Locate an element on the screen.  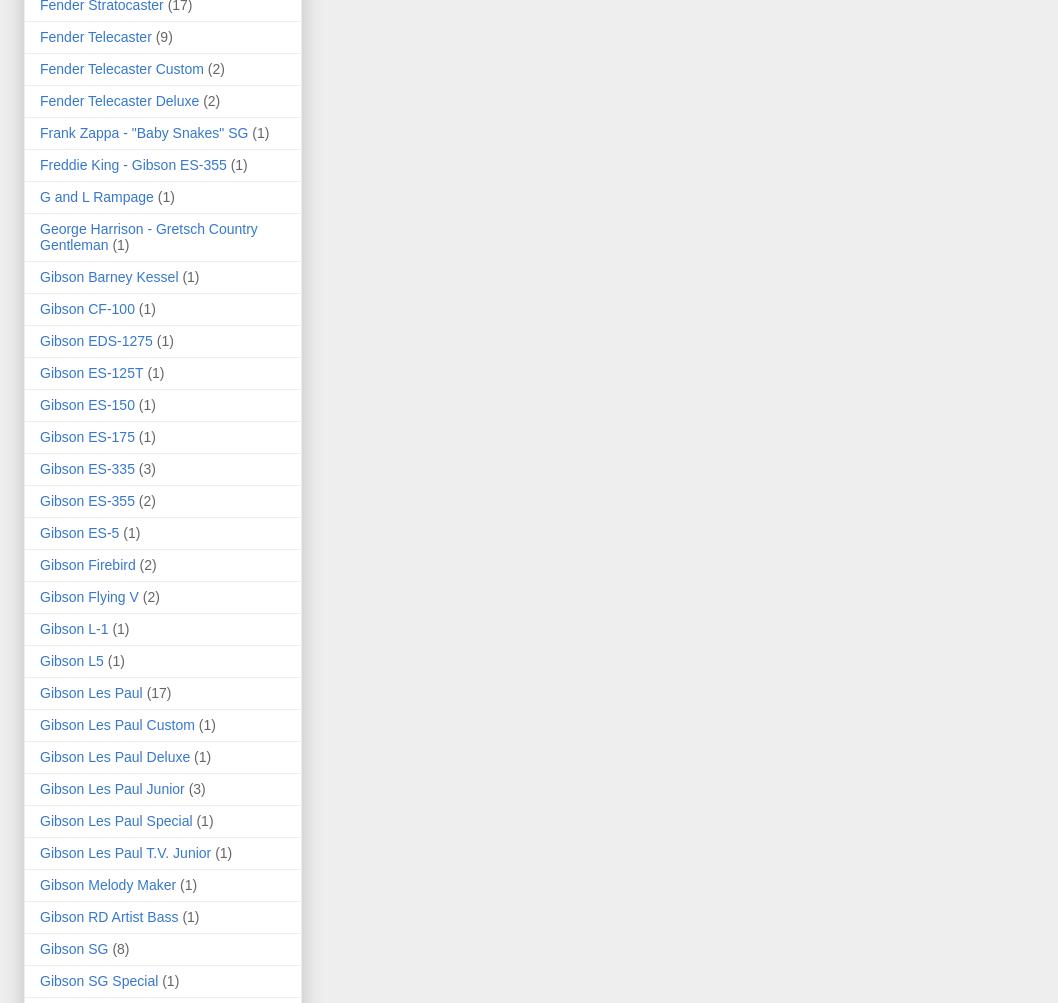
'Gibson ES-150' is located at coordinates (86, 404).